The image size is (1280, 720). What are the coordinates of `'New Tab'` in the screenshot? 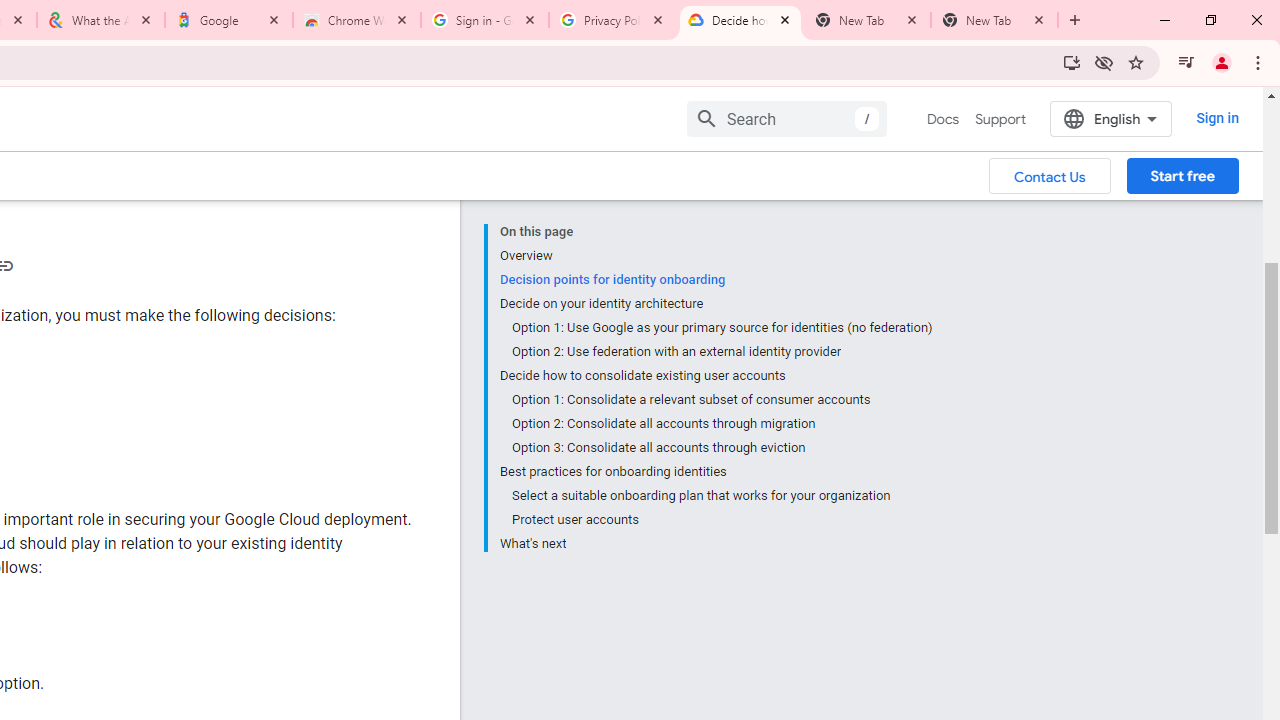 It's located at (994, 20).